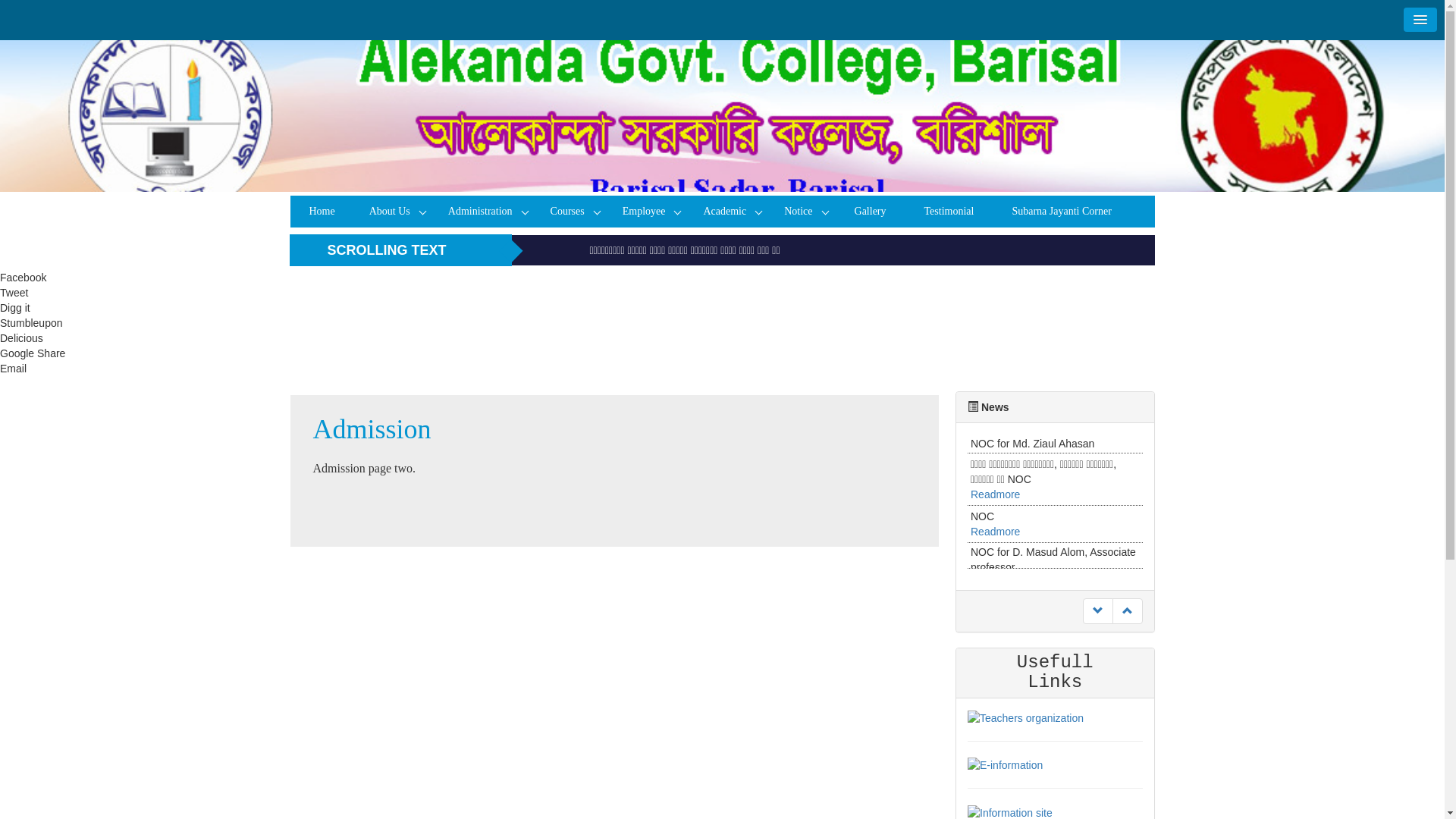 This screenshot has width=1456, height=819. I want to click on 'Courses', so click(570, 211).